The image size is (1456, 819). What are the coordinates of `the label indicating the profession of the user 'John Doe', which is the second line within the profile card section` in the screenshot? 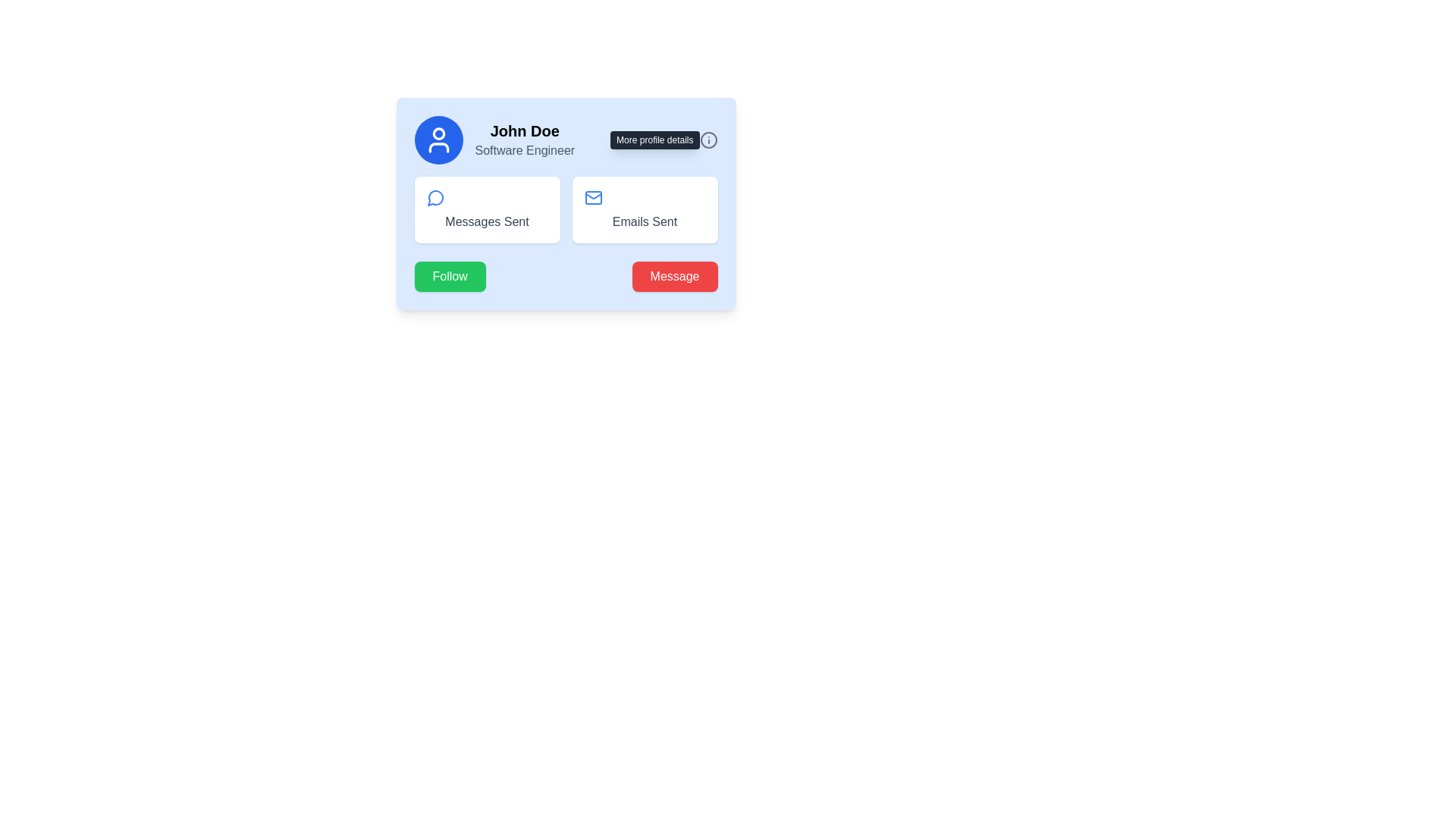 It's located at (525, 151).